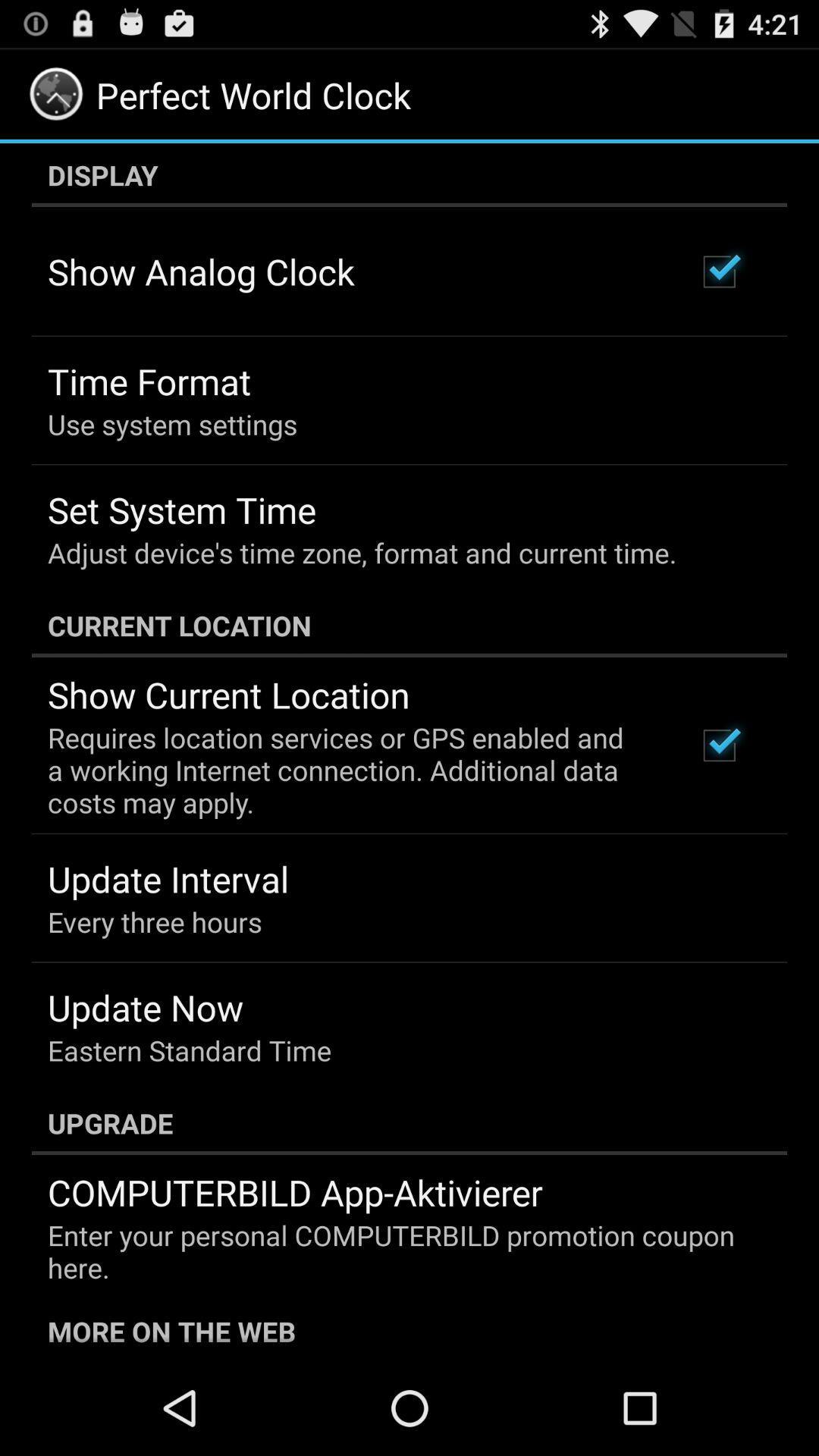 The width and height of the screenshot is (819, 1456). What do you see at coordinates (171, 424) in the screenshot?
I see `use system settings` at bounding box center [171, 424].